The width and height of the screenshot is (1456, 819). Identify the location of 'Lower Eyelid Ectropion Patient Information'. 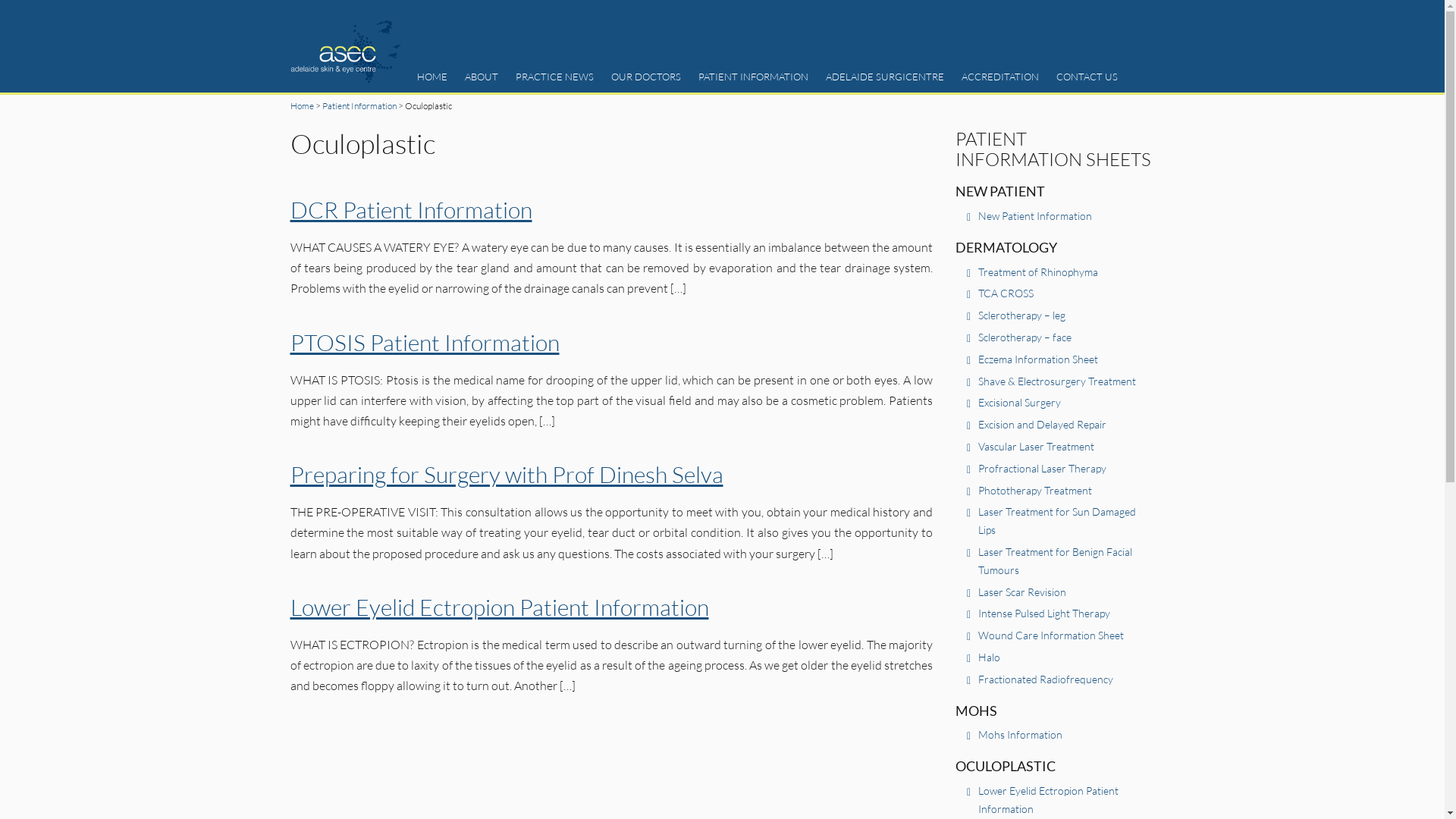
(290, 606).